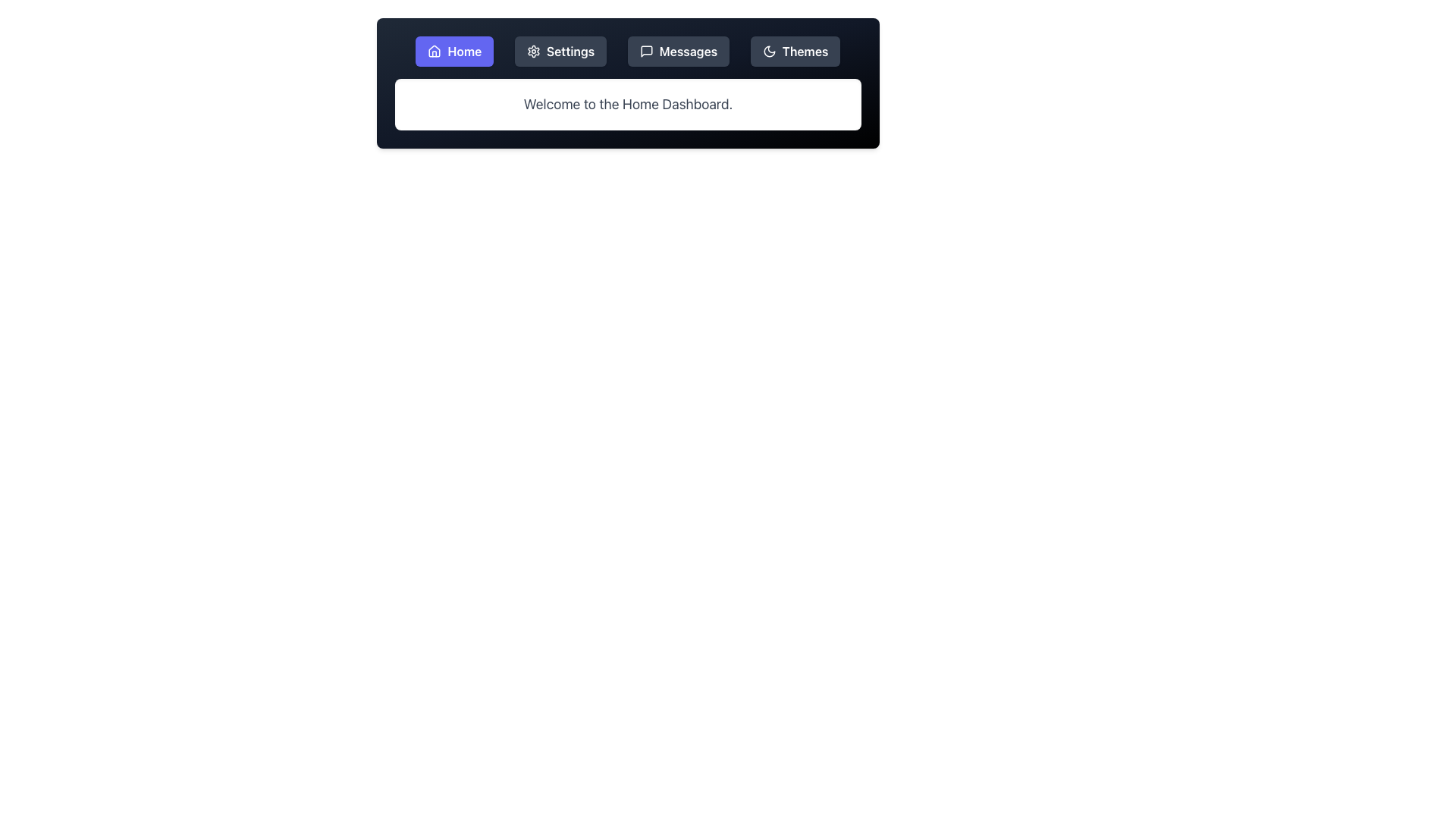 This screenshot has width=1456, height=819. Describe the element at coordinates (646, 51) in the screenshot. I see `the speech bubble icon in the navigation bar` at that location.